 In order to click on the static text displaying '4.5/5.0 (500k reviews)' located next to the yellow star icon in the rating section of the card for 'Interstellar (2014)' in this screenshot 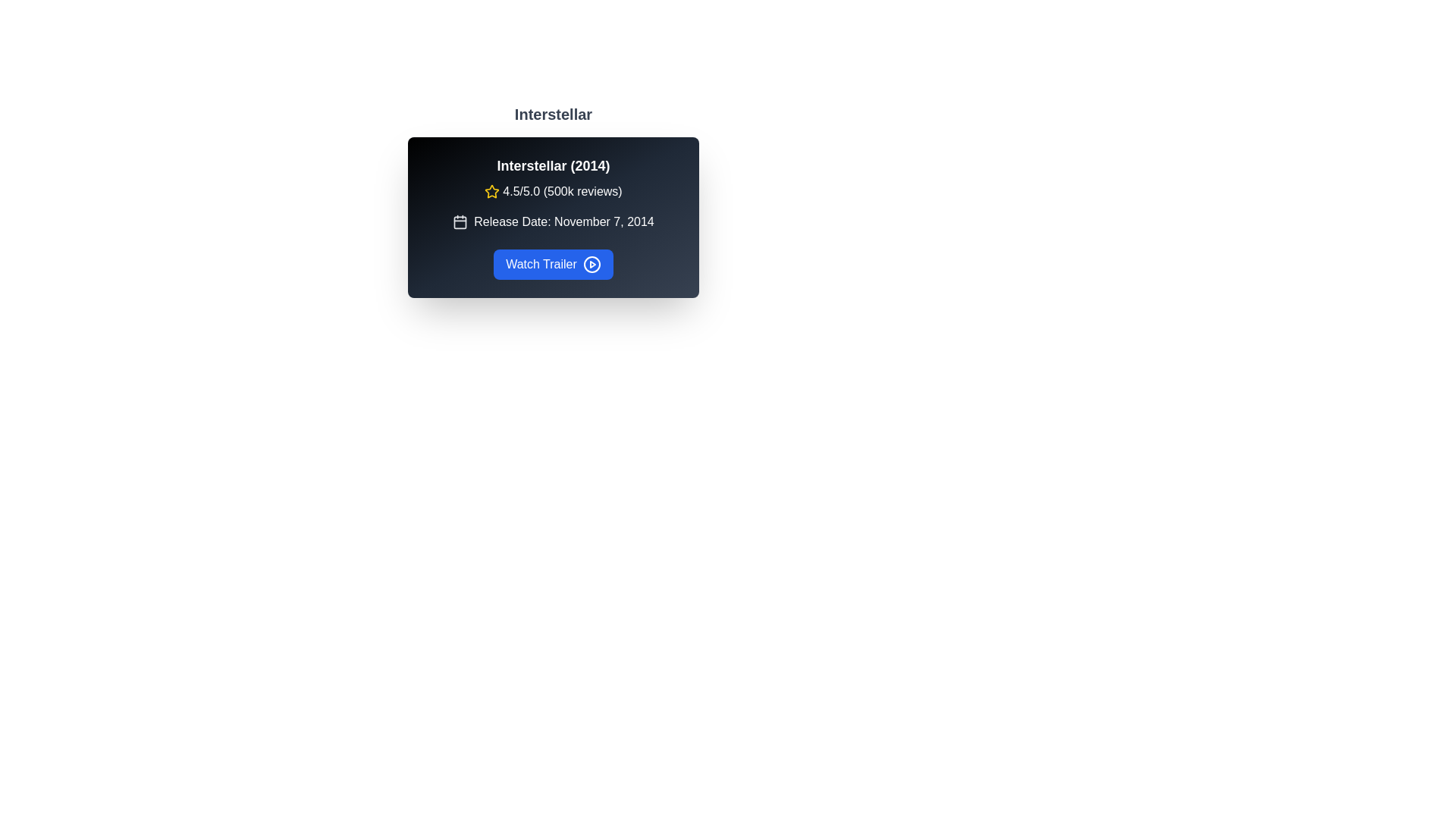, I will do `click(561, 191)`.